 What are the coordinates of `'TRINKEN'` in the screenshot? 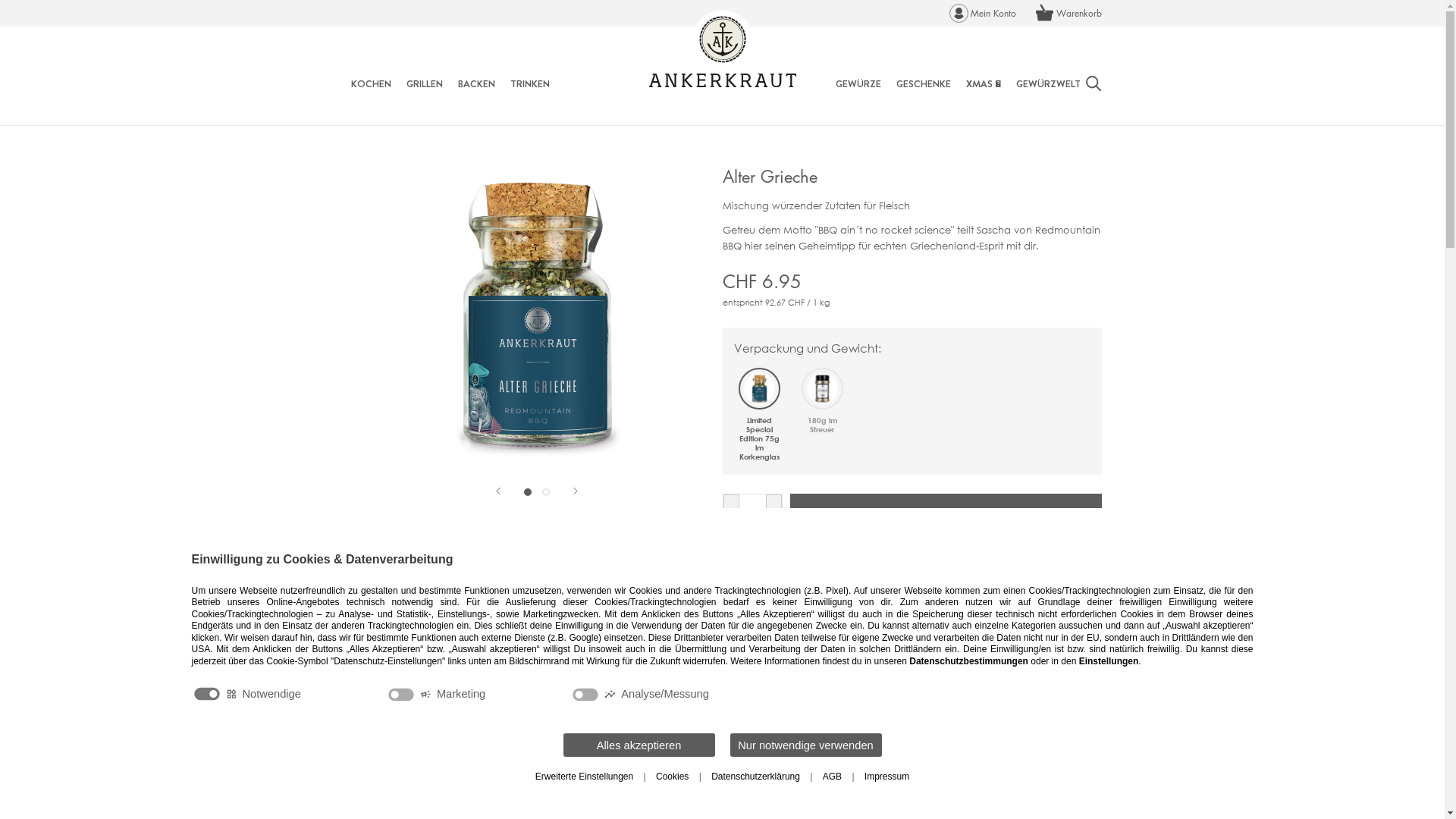 It's located at (510, 83).